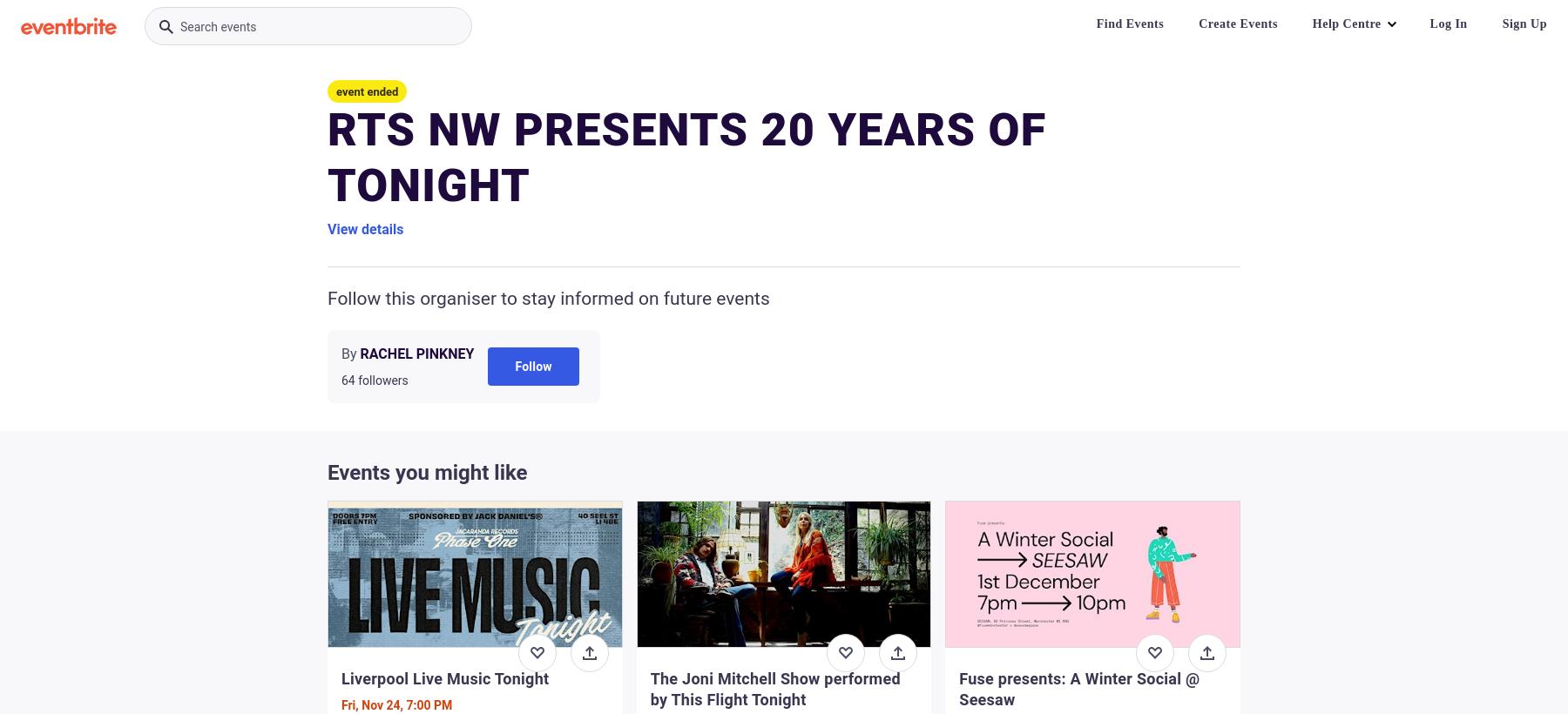 This screenshot has height=714, width=1568. What do you see at coordinates (341, 354) in the screenshot?
I see `'By'` at bounding box center [341, 354].